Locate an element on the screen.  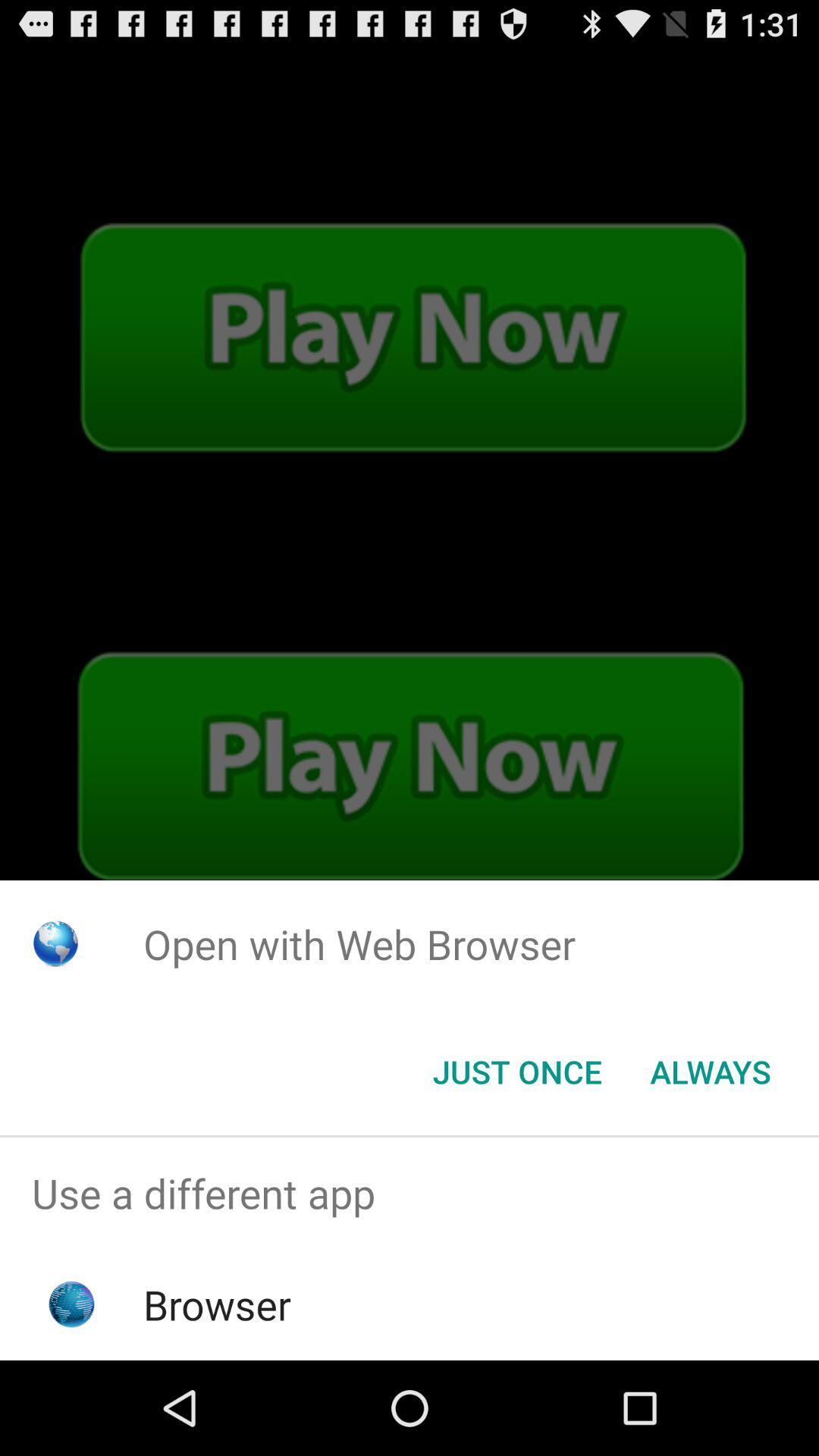
app above browser app is located at coordinates (409, 1192).